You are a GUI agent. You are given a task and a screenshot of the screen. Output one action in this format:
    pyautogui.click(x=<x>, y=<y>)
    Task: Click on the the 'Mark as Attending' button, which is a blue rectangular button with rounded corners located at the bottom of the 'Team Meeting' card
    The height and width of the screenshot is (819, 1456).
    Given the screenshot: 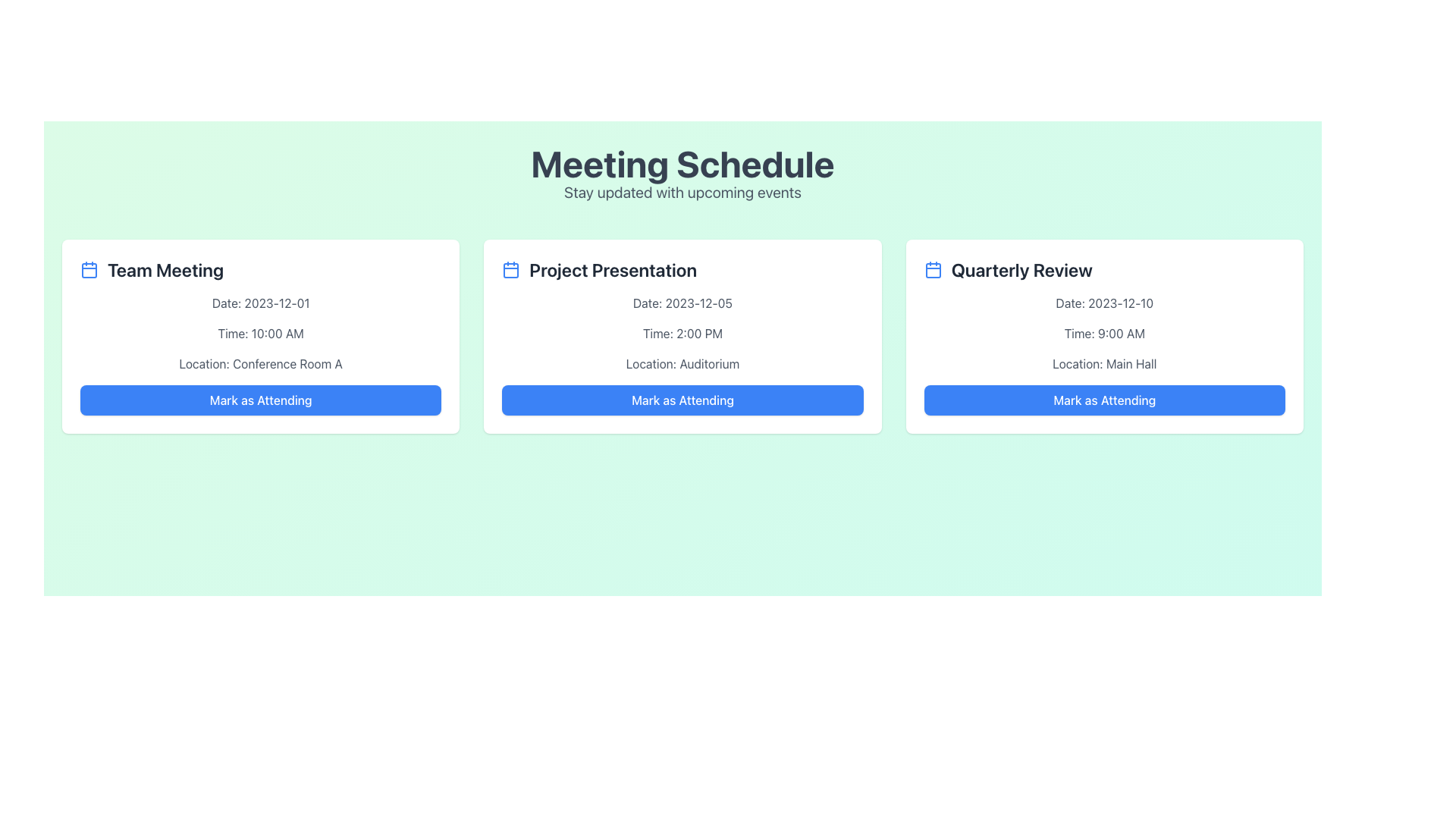 What is the action you would take?
    pyautogui.click(x=261, y=400)
    